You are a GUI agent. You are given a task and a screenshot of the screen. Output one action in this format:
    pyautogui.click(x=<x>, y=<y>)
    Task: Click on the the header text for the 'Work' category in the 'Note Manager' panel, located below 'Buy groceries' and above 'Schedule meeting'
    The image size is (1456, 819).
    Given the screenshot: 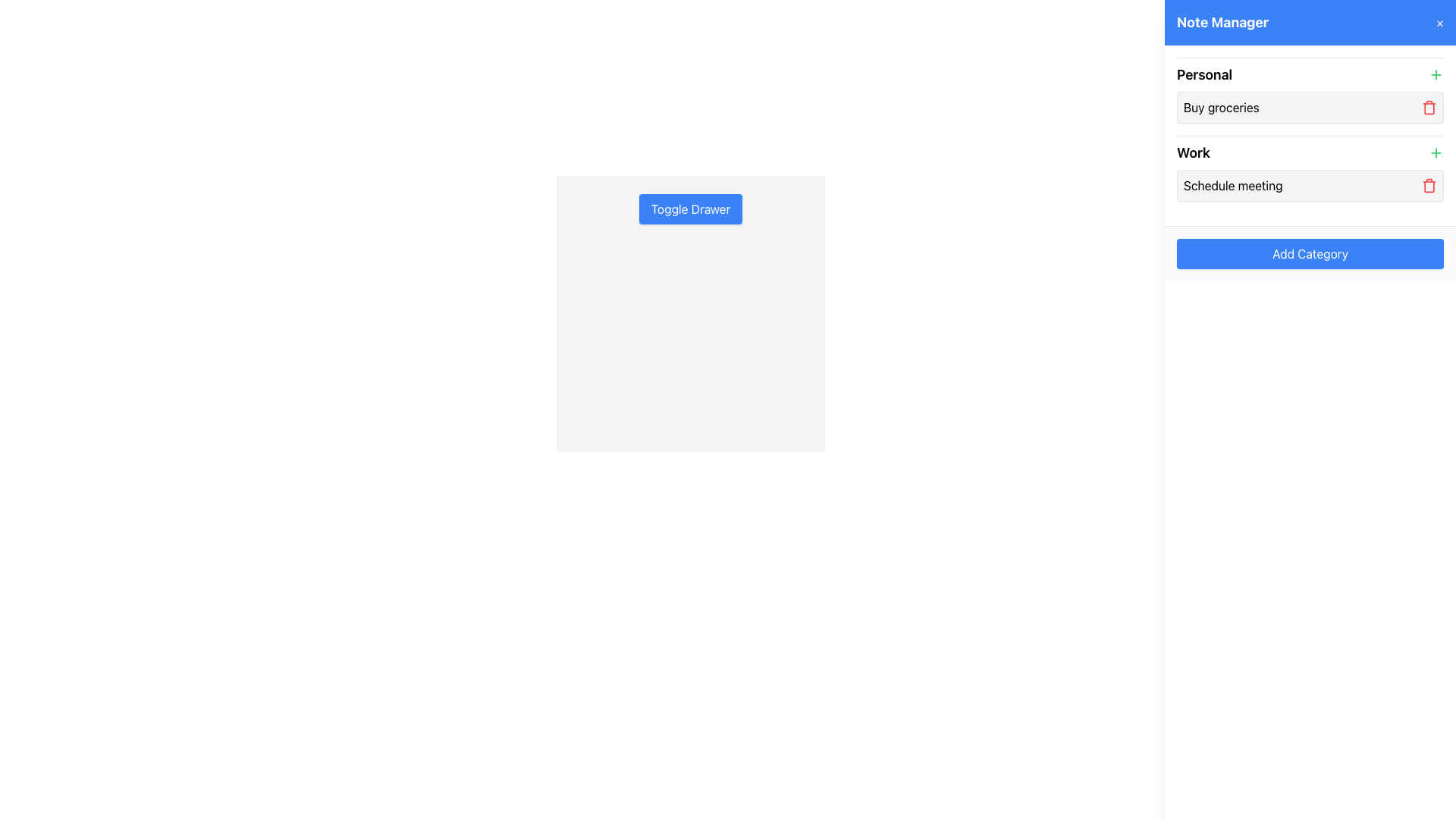 What is the action you would take?
    pyautogui.click(x=1193, y=152)
    